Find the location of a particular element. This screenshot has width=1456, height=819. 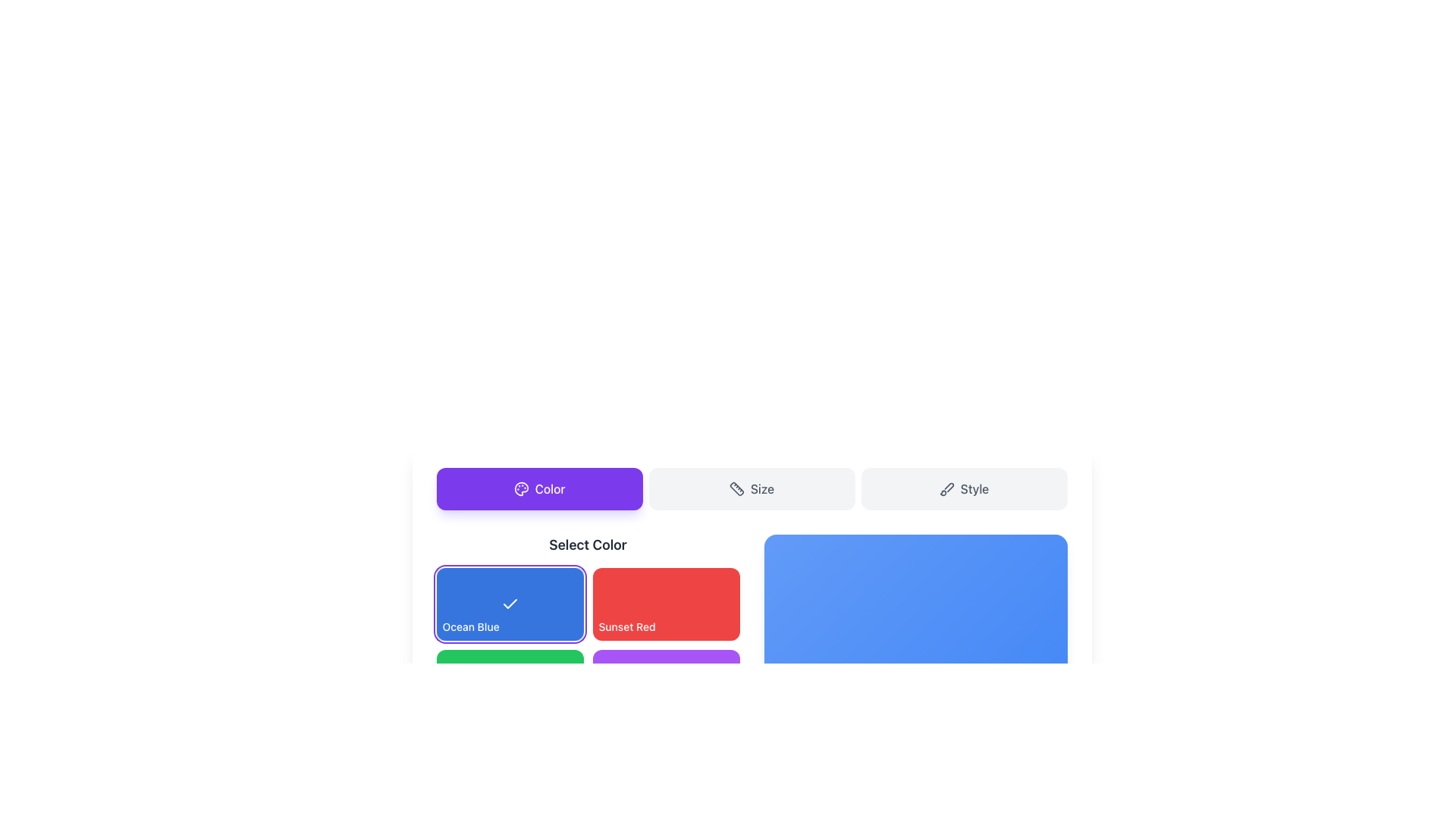

the SVG icon resembling a painter's palette, which is located within the purple 'Color' button is located at coordinates (521, 488).